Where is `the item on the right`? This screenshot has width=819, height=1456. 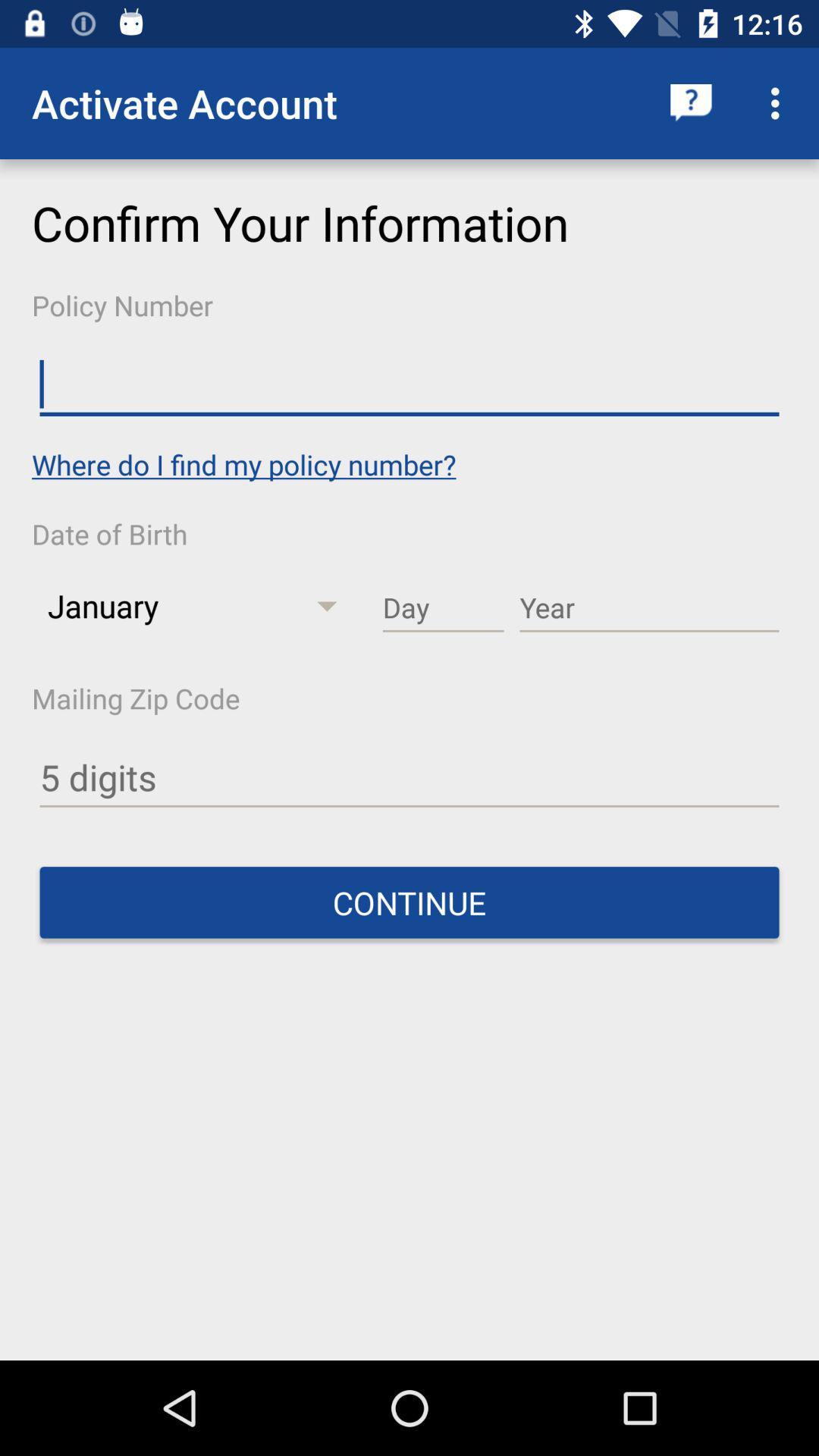
the item on the right is located at coordinates (648, 608).